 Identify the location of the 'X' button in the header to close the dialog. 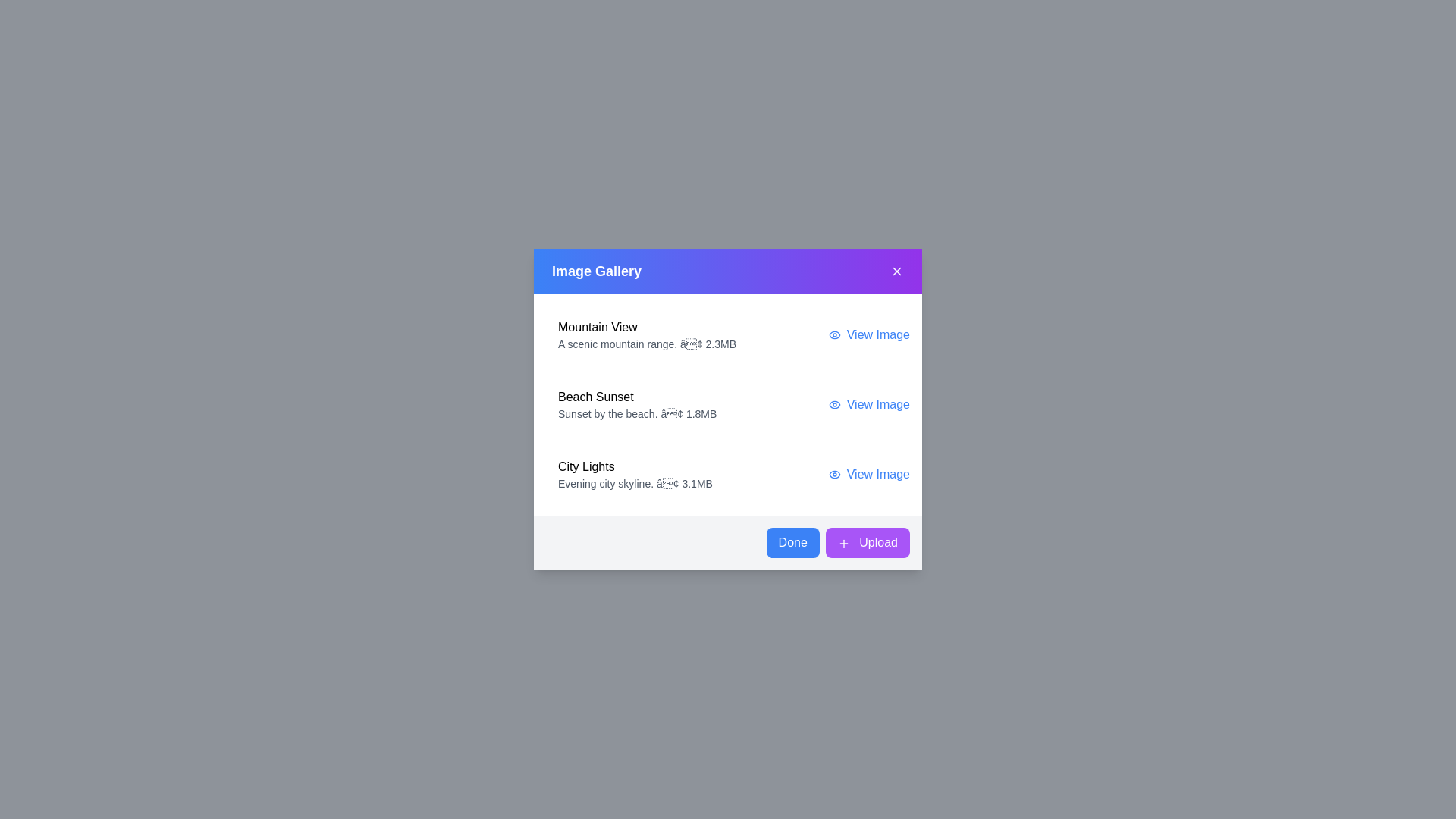
(896, 271).